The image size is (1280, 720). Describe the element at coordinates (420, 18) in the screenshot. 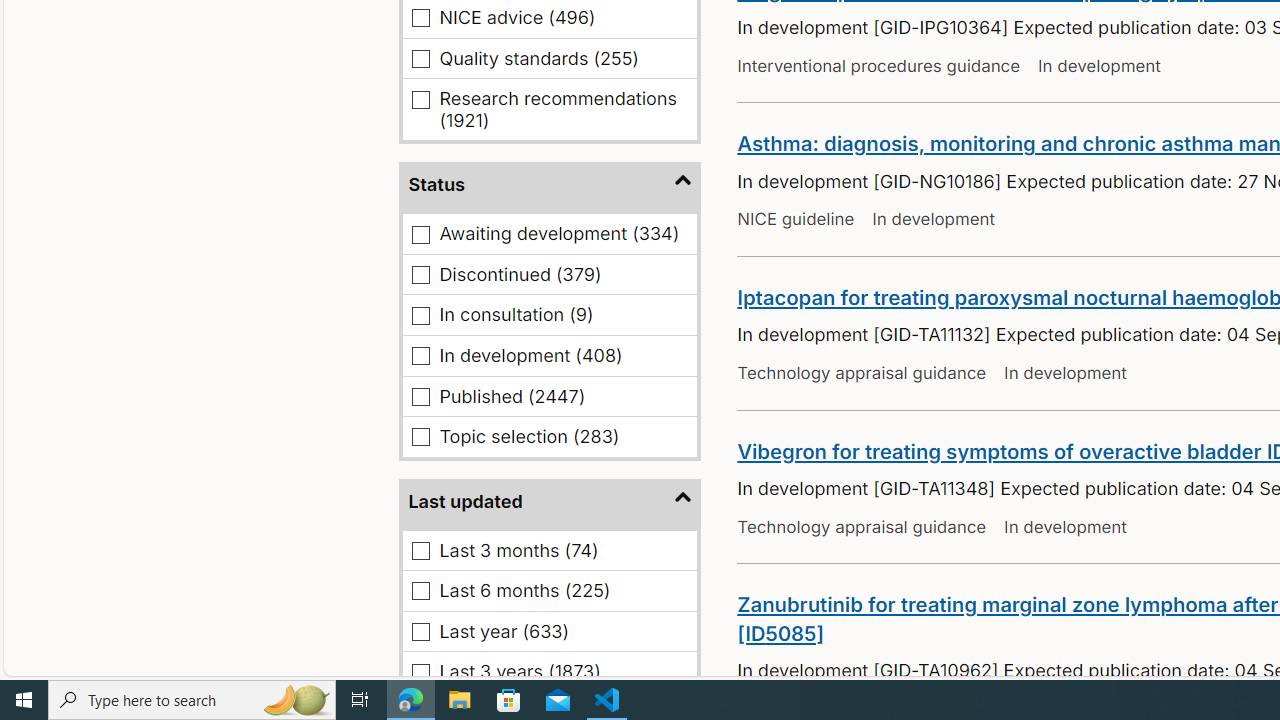

I see `'NICE advice (496)'` at that location.